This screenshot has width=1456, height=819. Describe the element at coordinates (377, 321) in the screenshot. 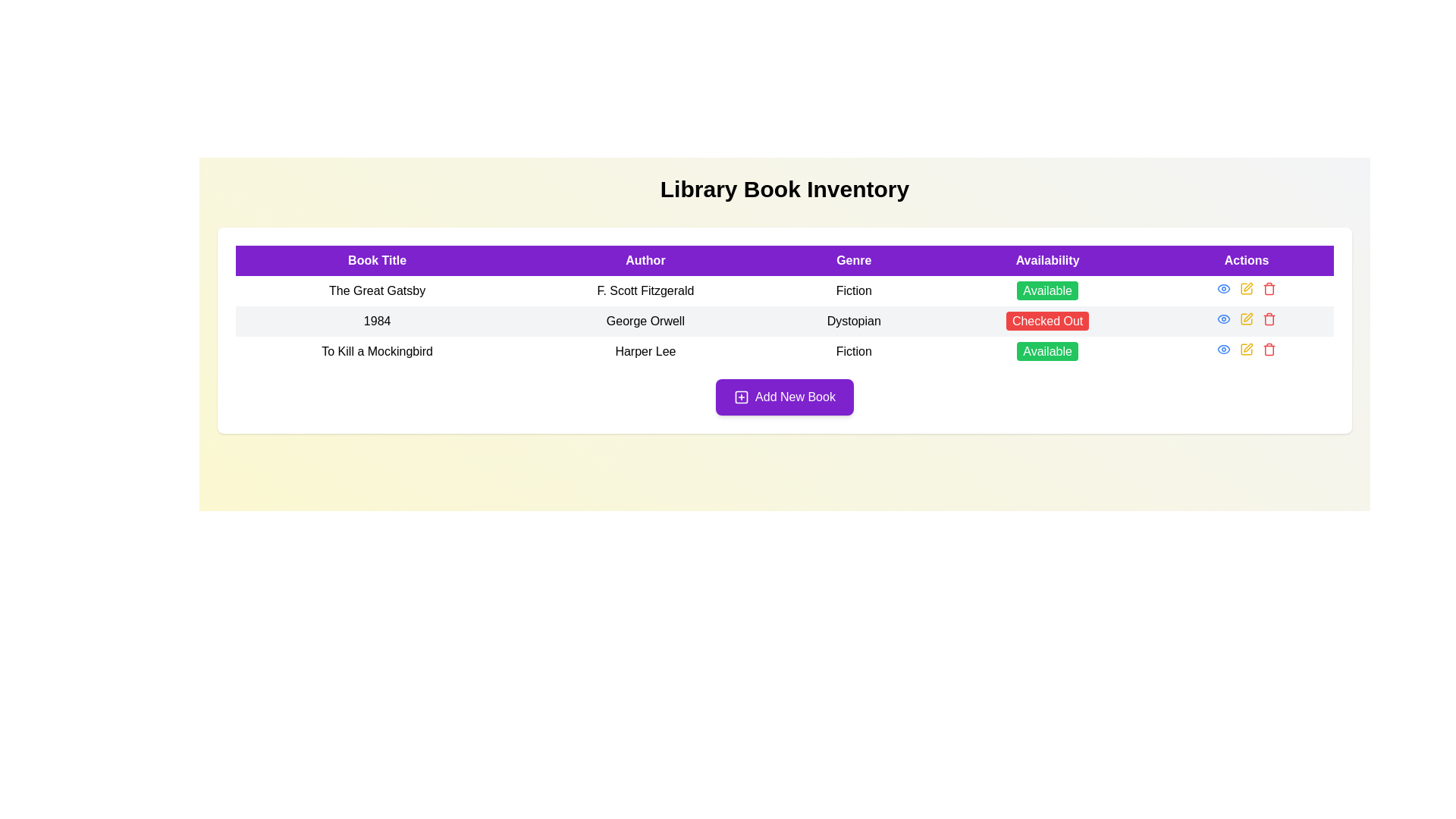

I see `the label displaying the text '1984' in the first column of the second row of the table under the 'Book Title' heading` at that location.